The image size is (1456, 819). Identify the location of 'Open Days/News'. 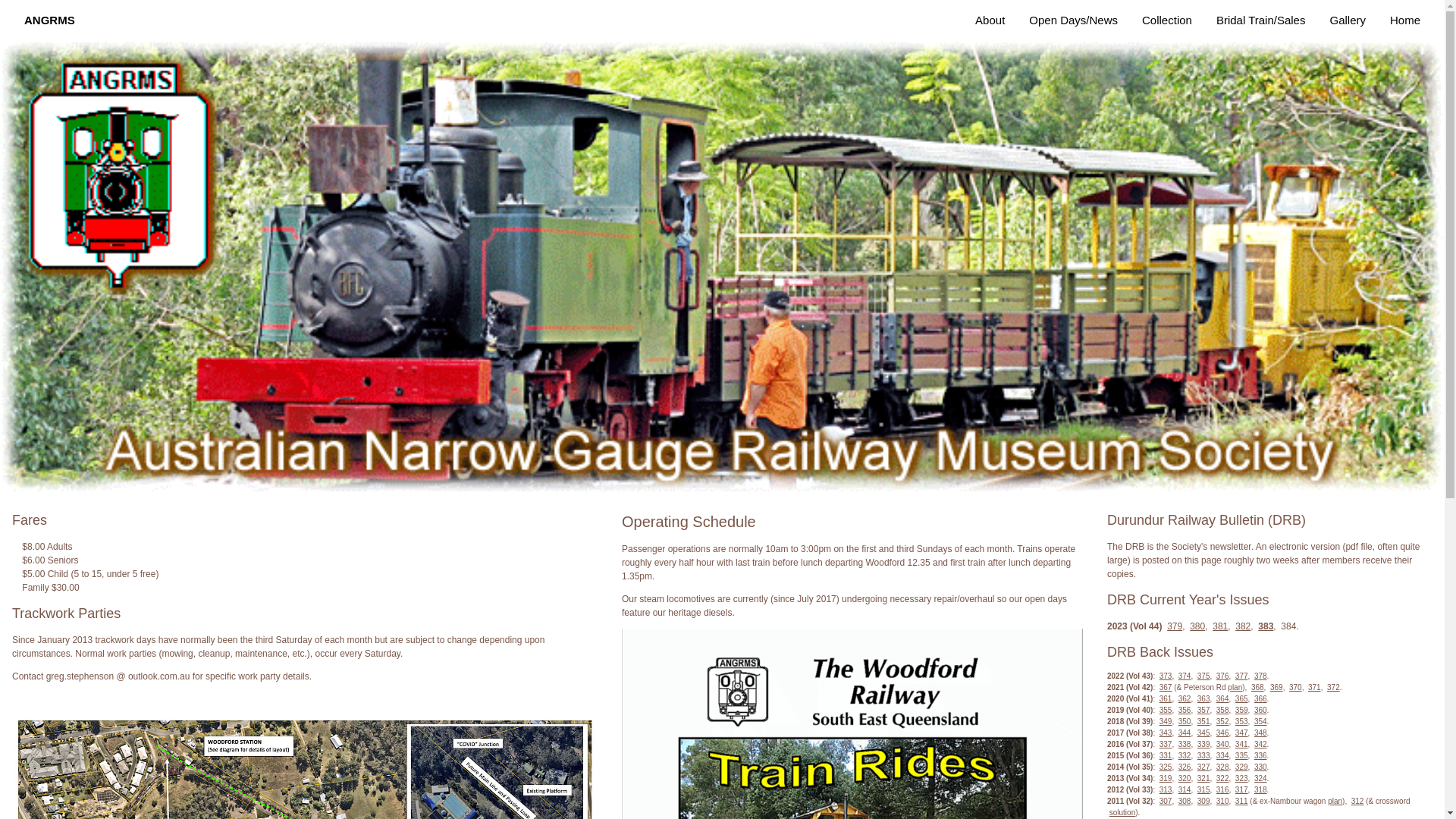
(1072, 20).